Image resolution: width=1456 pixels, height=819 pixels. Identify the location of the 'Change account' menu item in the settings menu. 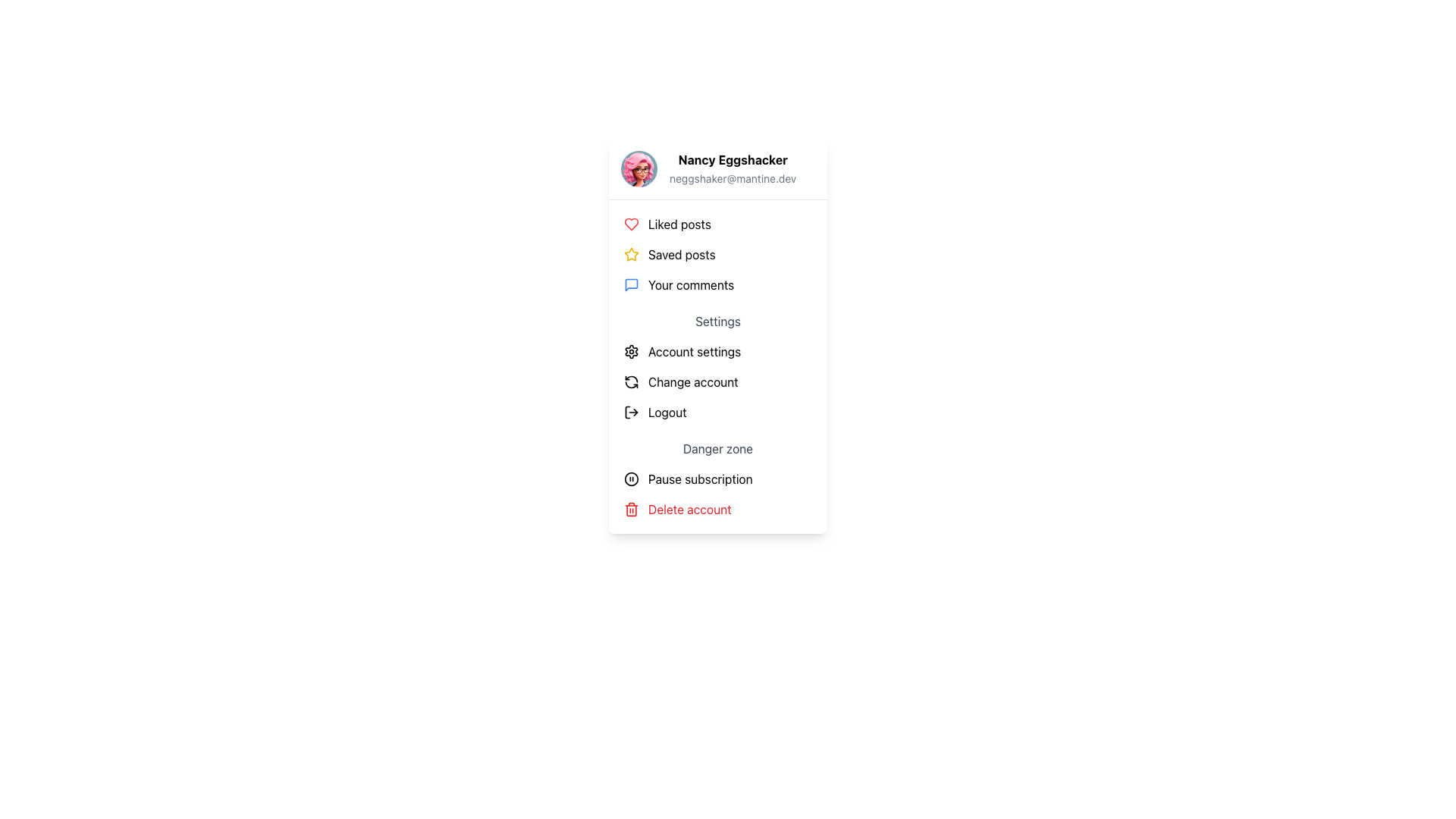
(717, 381).